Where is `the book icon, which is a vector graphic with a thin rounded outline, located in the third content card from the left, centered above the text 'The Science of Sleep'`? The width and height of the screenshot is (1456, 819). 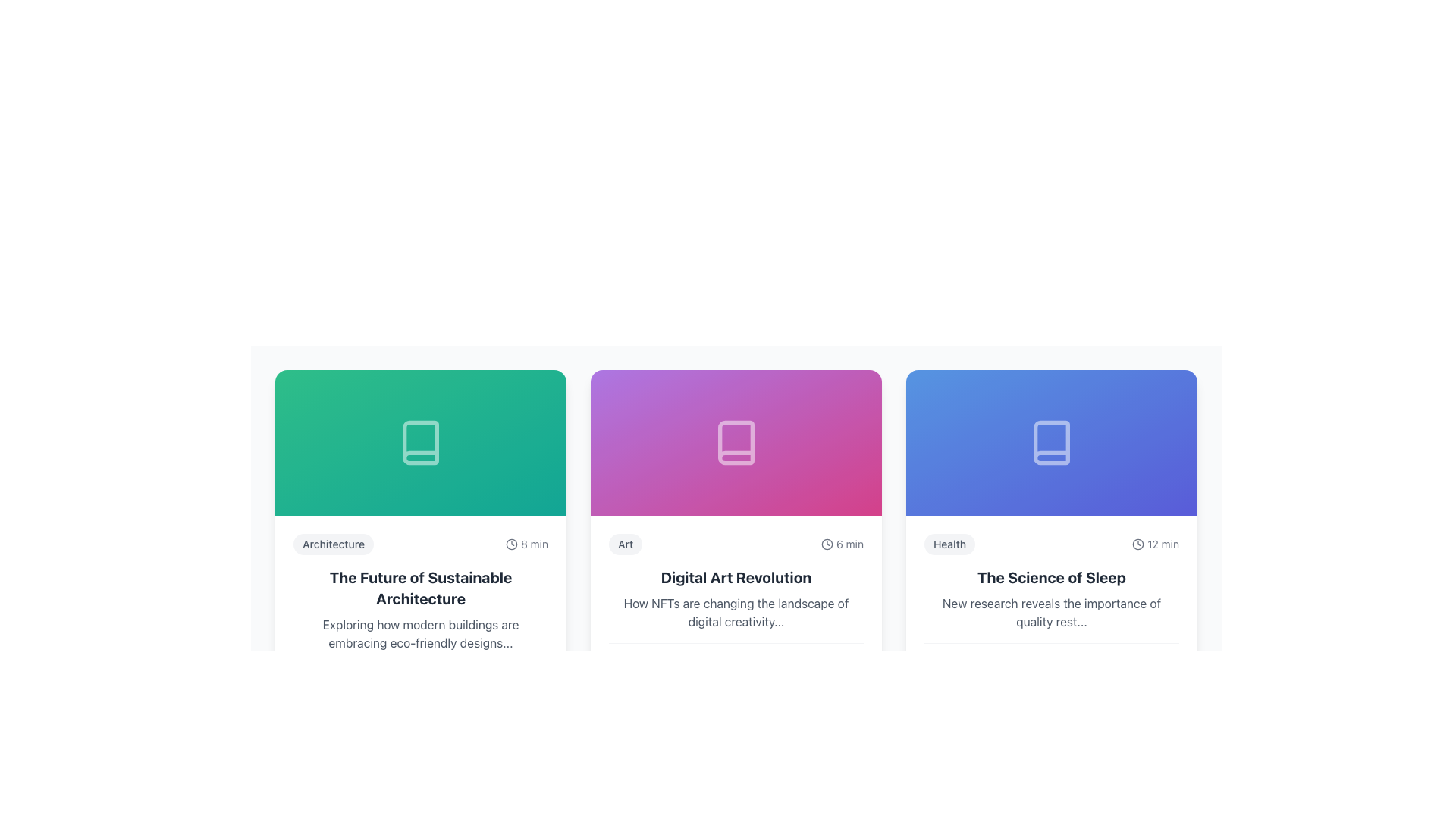
the book icon, which is a vector graphic with a thin rounded outline, located in the third content card from the left, centered above the text 'The Science of Sleep' is located at coordinates (1051, 442).